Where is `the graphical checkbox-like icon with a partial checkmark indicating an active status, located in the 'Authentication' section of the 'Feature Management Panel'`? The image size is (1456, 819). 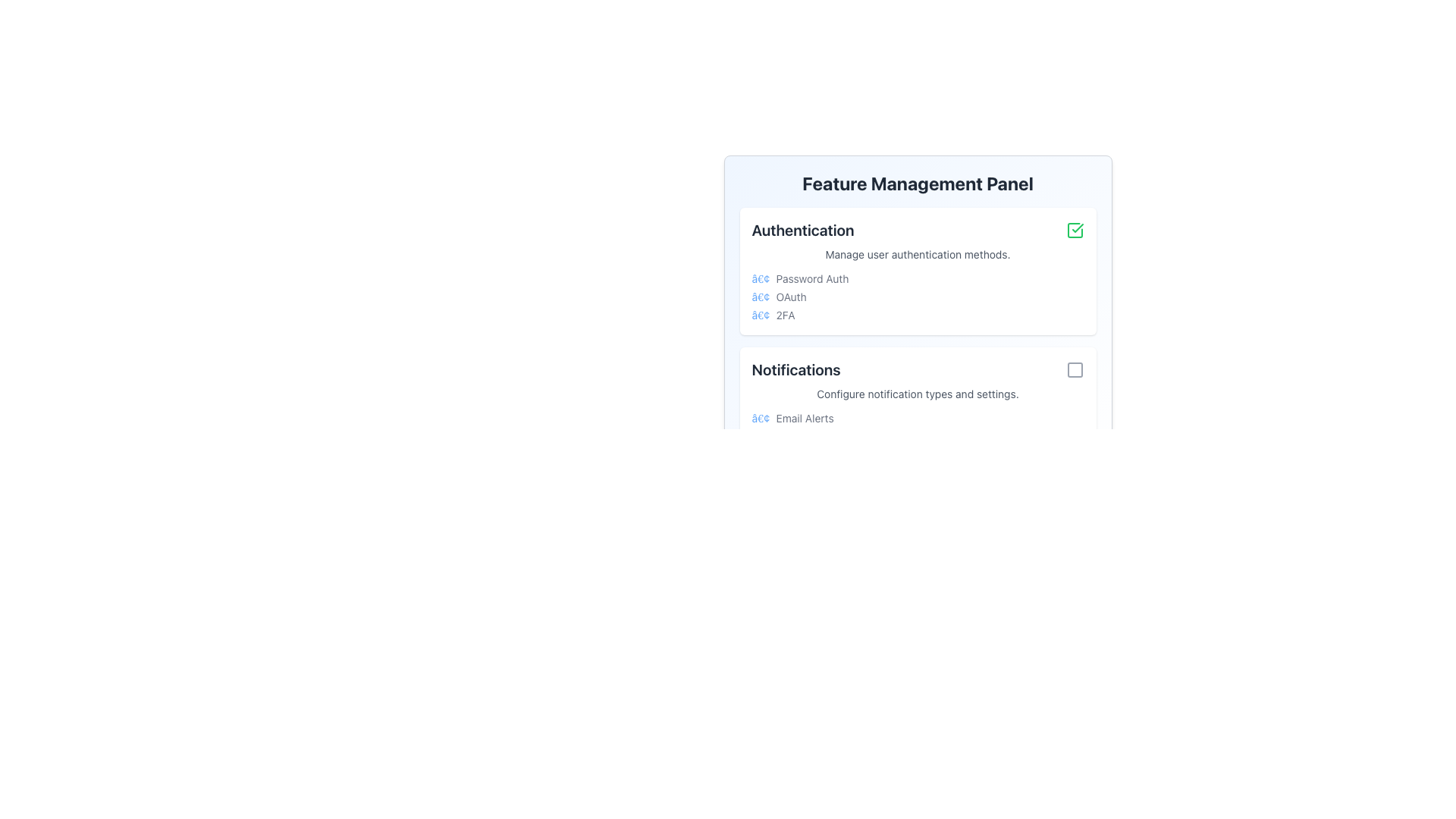 the graphical checkbox-like icon with a partial checkmark indicating an active status, located in the 'Authentication' section of the 'Feature Management Panel' is located at coordinates (1074, 231).